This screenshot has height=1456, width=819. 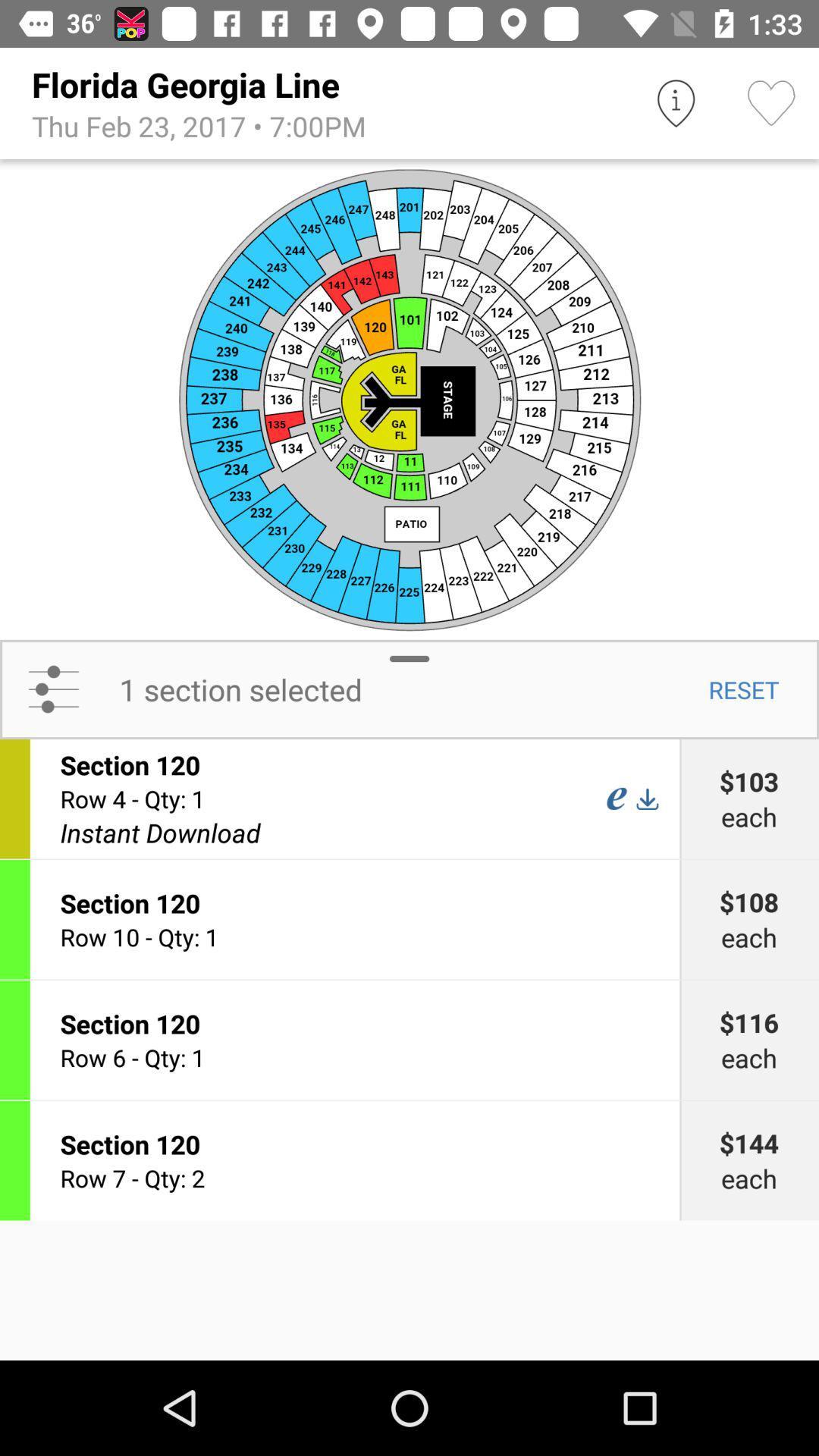 What do you see at coordinates (675, 102) in the screenshot?
I see `icon to the right of the thu feb 23` at bounding box center [675, 102].